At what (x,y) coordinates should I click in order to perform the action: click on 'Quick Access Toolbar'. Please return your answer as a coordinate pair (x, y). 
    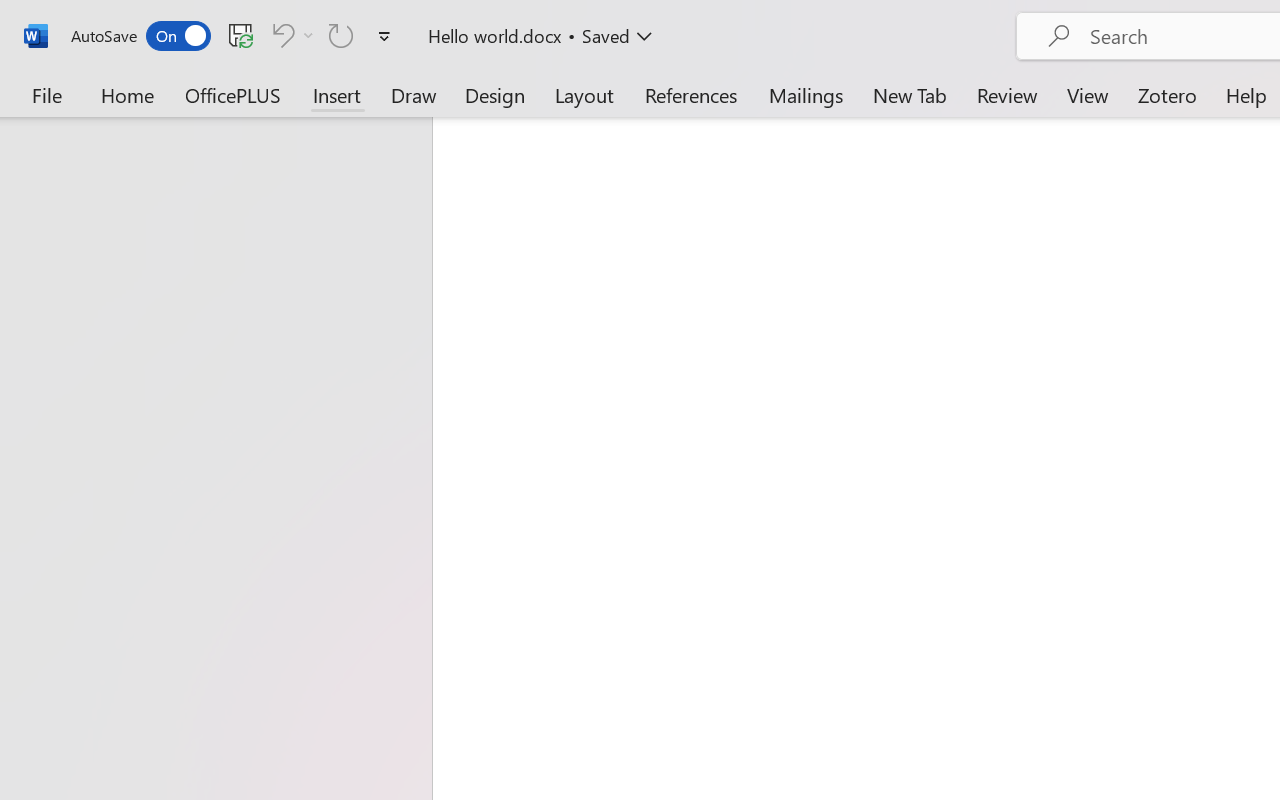
    Looking at the image, I should click on (234, 35).